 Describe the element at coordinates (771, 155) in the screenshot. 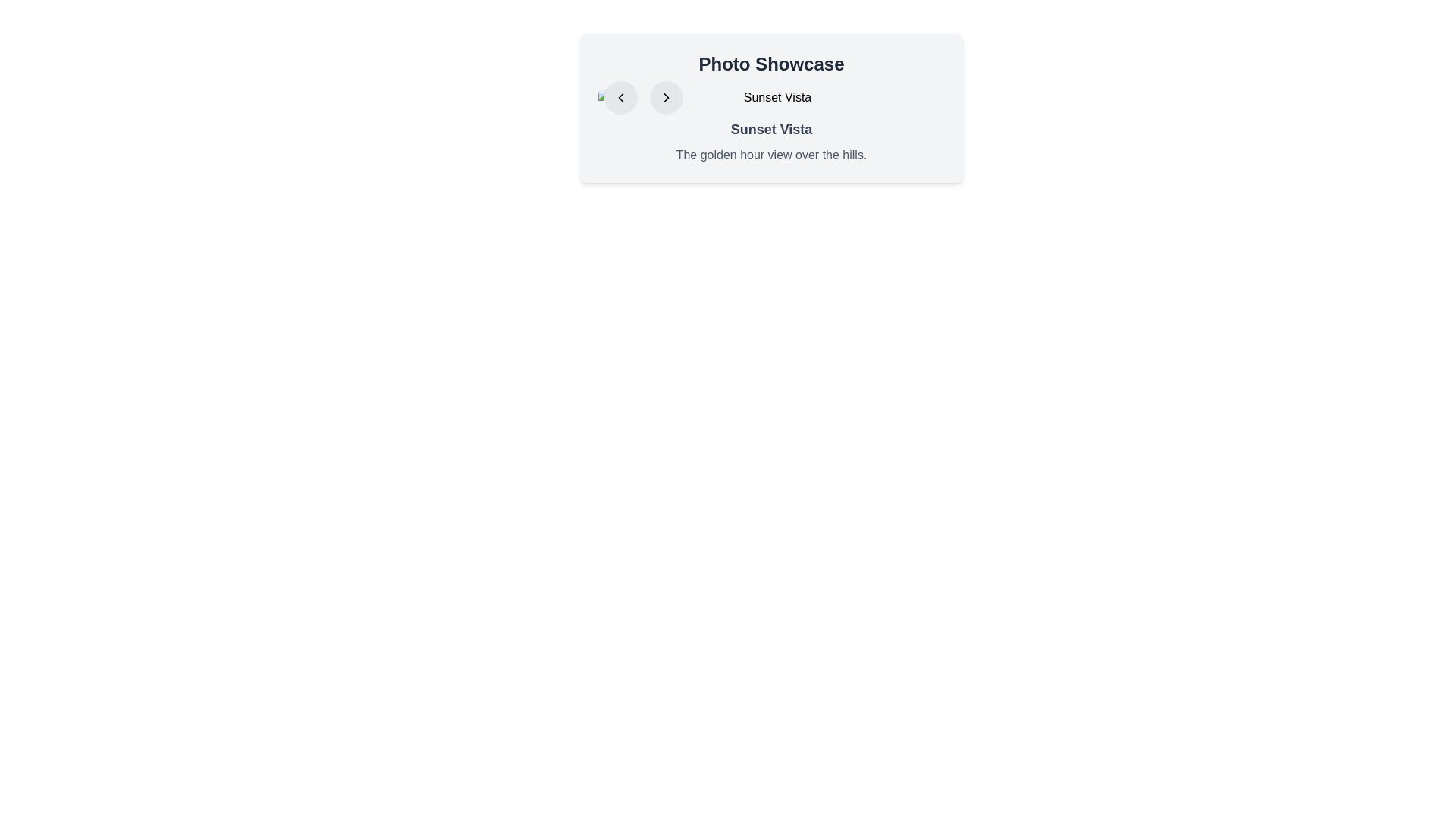

I see `the text display element showing 'The golden hour view over the hills.' which is positioned below 'Sunset Vista'` at that location.